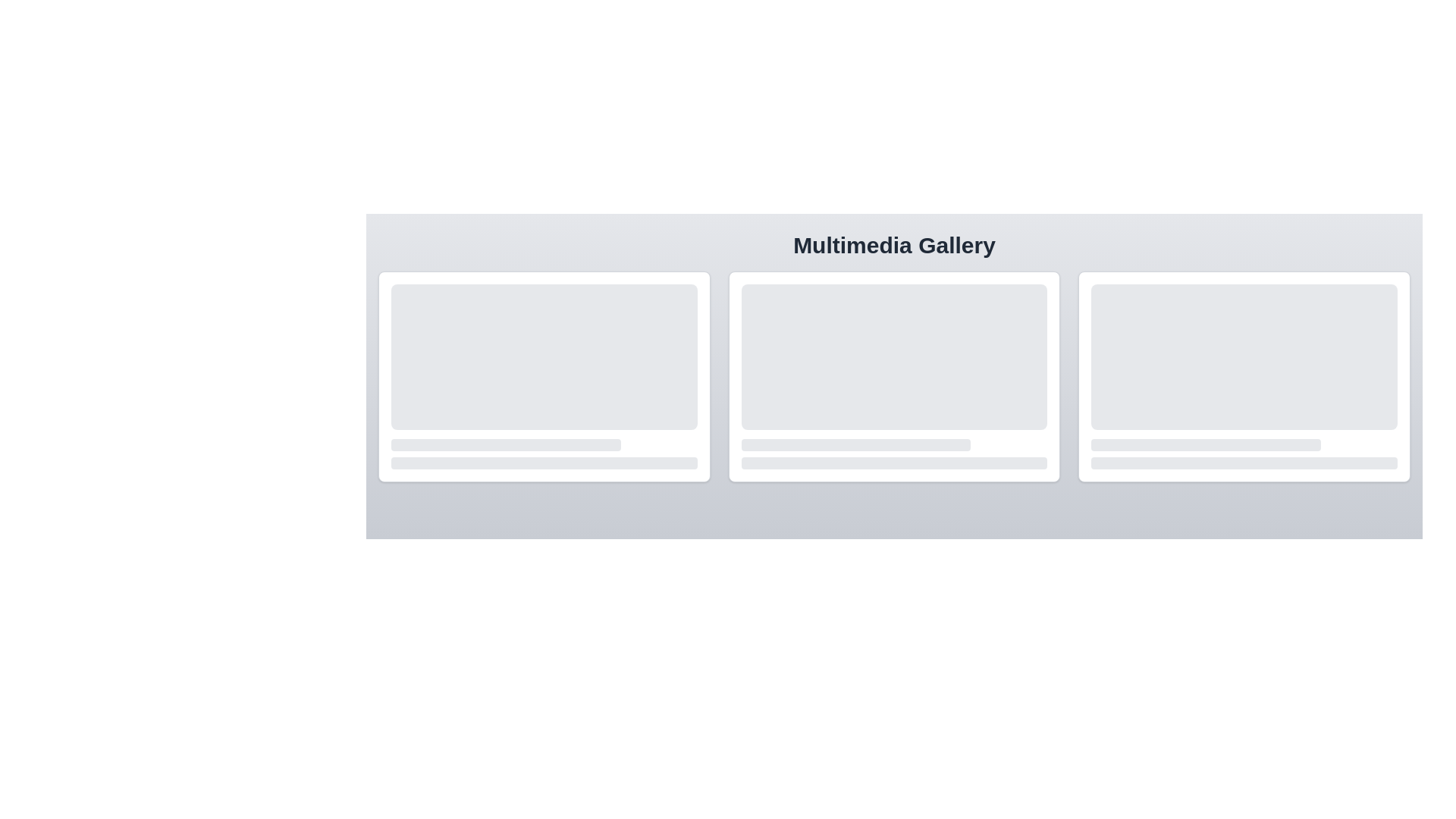  I want to click on the top gray rectangle of the first white card in the grid layout to interact with it, so click(544, 376).